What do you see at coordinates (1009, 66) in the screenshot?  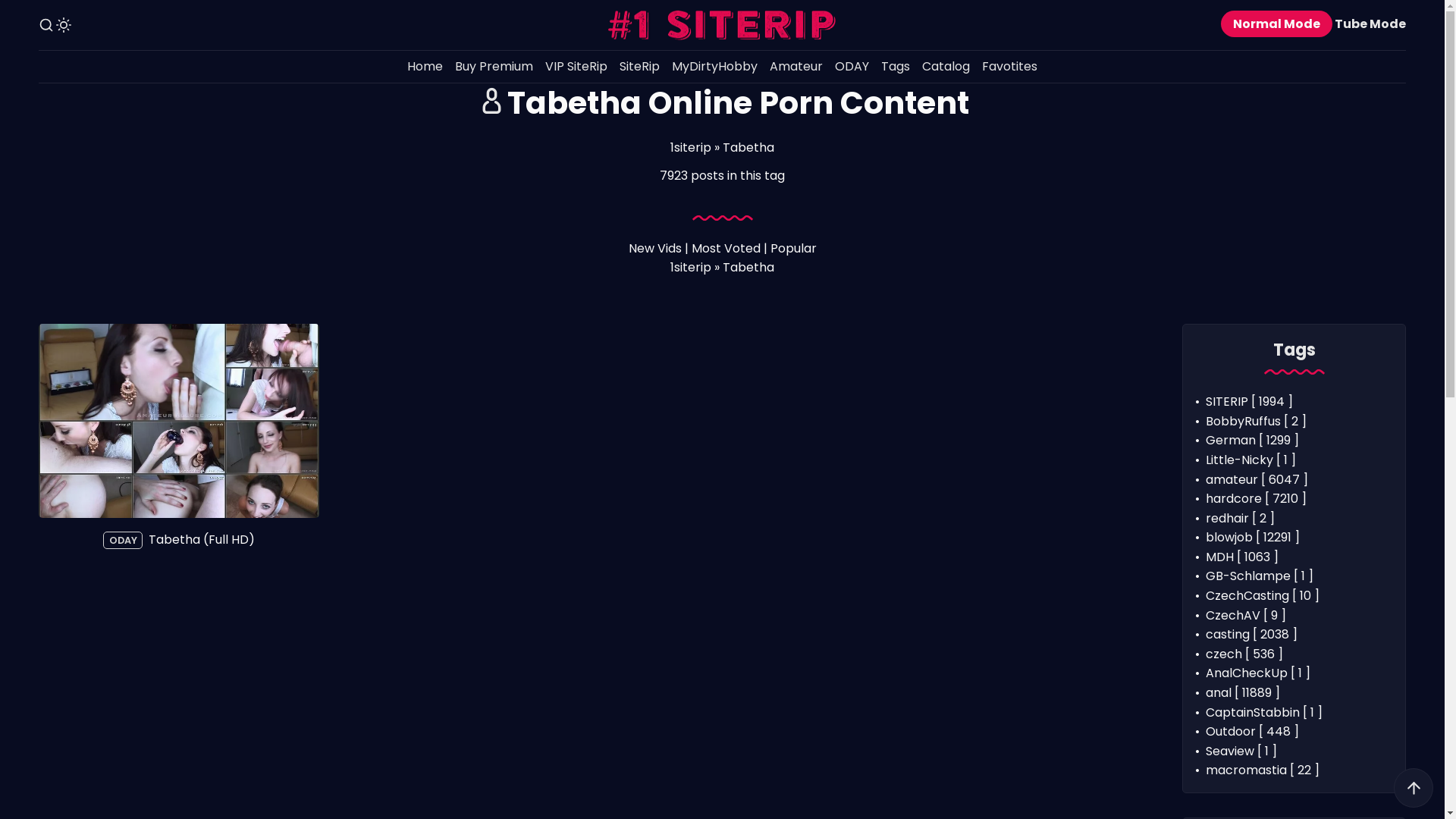 I see `'Favotites'` at bounding box center [1009, 66].